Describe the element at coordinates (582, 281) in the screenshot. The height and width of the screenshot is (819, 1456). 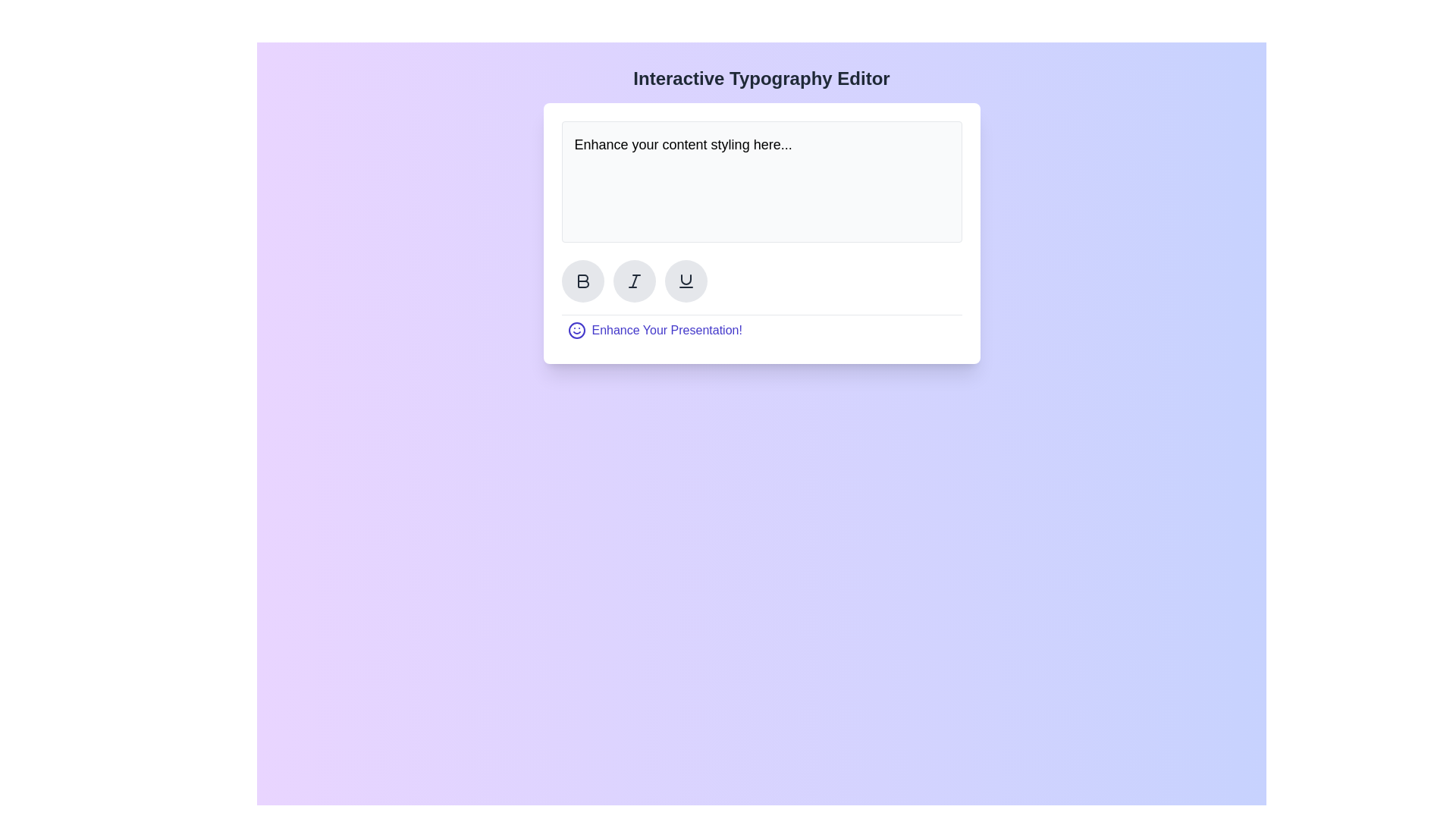
I see `the bold 'B' icon in the toolbar section` at that location.